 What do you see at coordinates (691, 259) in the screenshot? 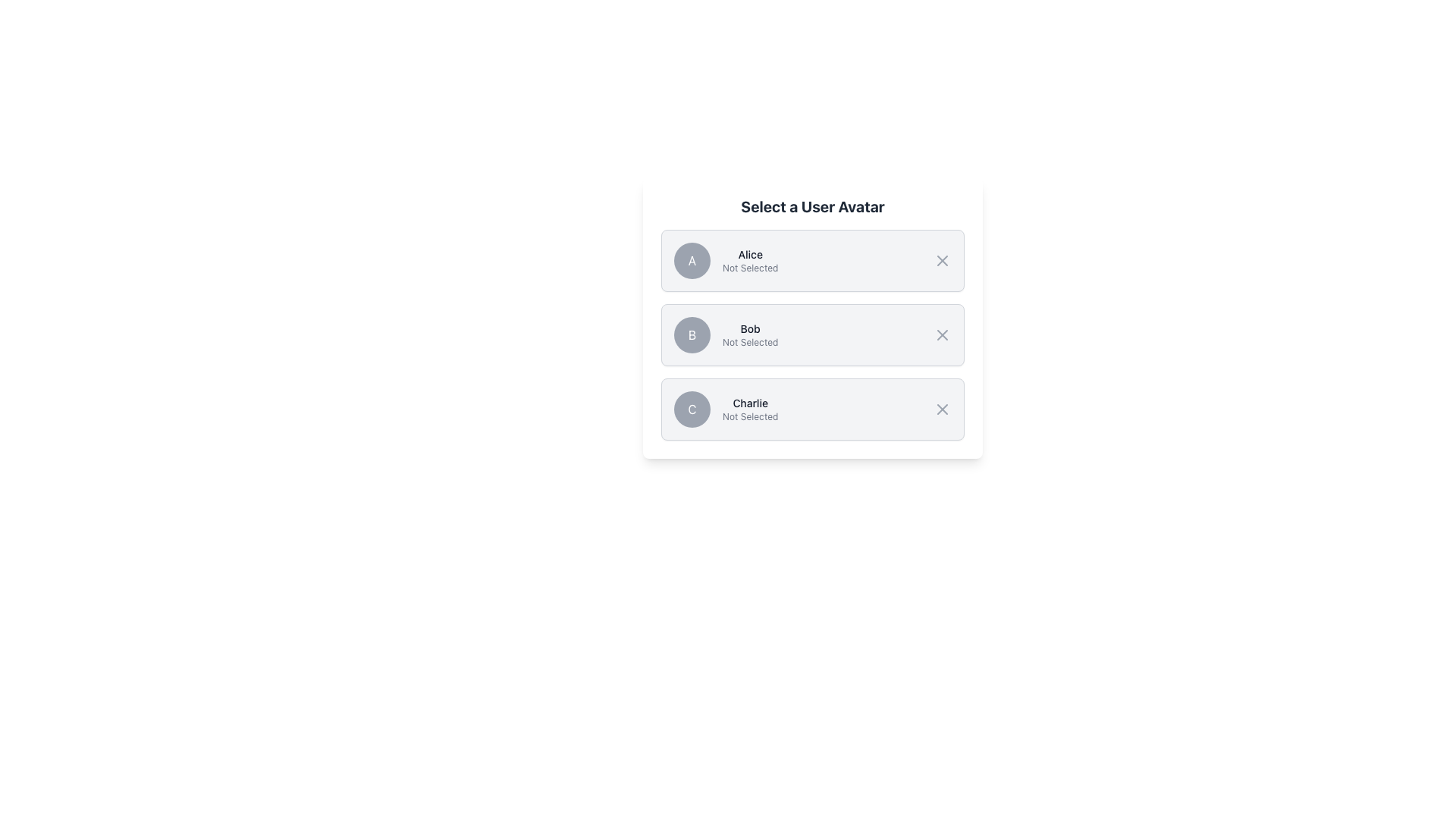
I see `the Avatar Icon representing the user 'Alice'` at bounding box center [691, 259].